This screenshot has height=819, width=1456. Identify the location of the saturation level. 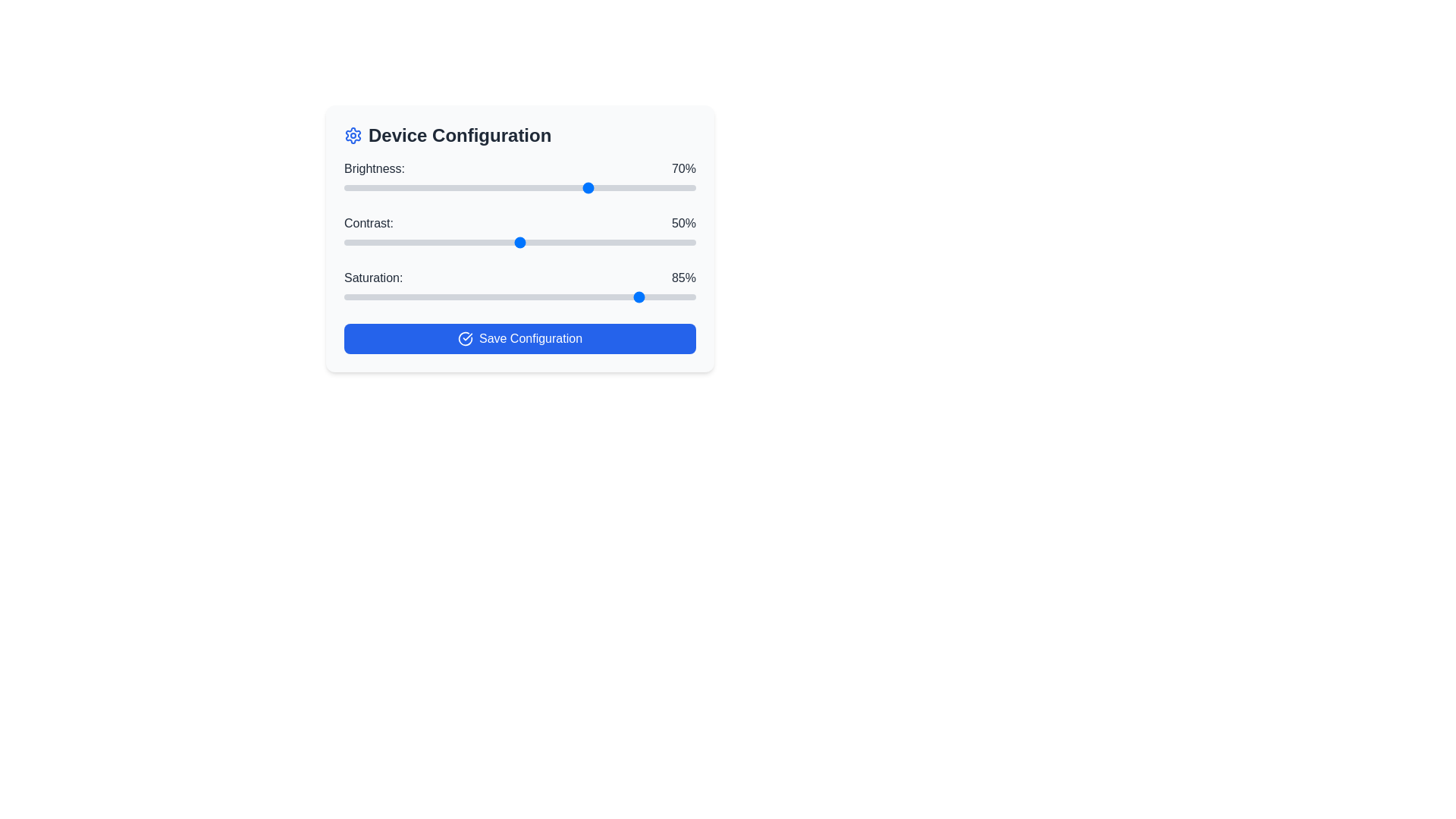
(538, 297).